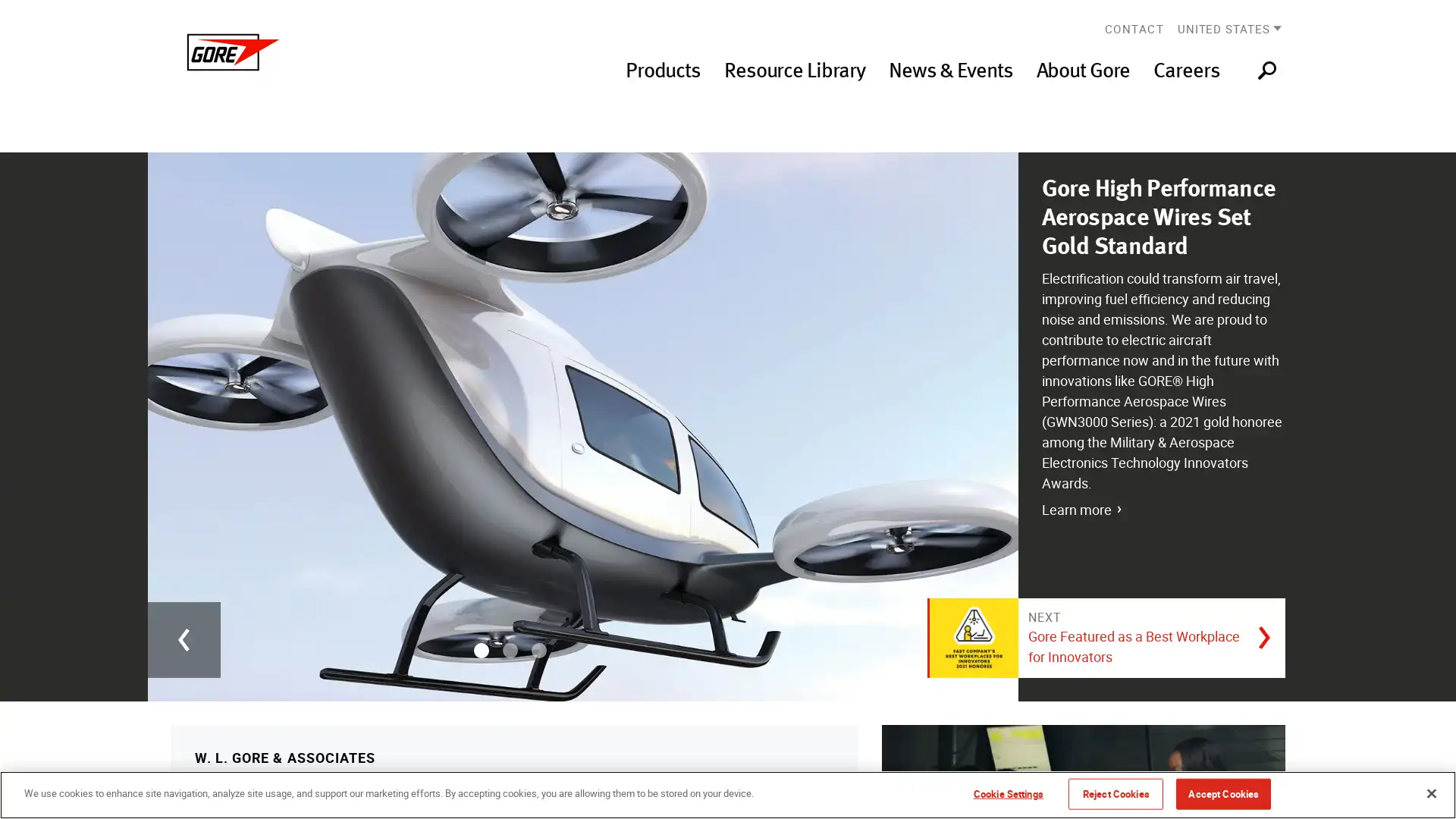 The width and height of the screenshot is (1456, 819). Describe the element at coordinates (538, 648) in the screenshot. I see `GO TO SLIDE 3` at that location.